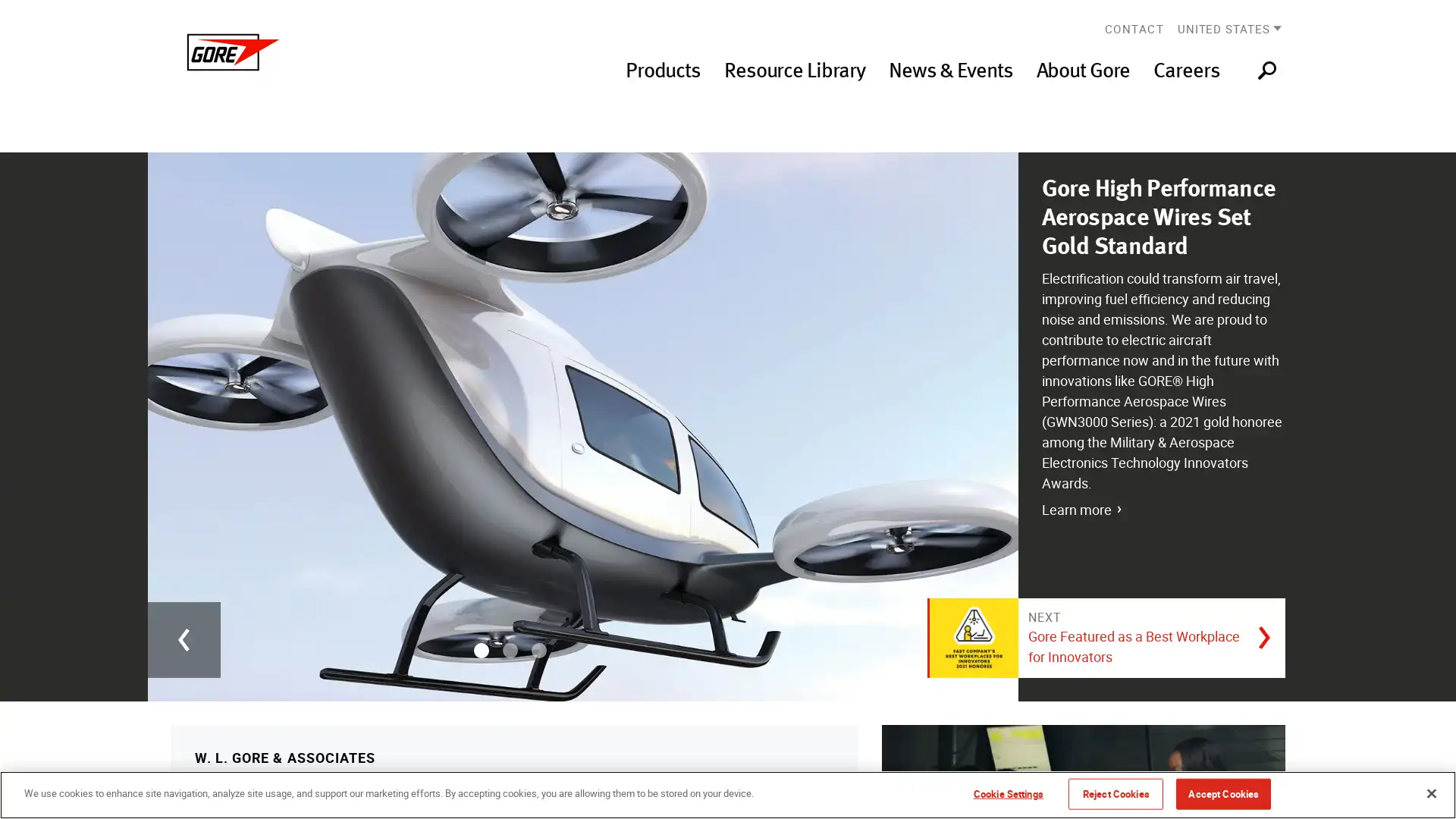 The width and height of the screenshot is (1456, 819). Describe the element at coordinates (538, 648) in the screenshot. I see `GO TO SLIDE 3` at that location.